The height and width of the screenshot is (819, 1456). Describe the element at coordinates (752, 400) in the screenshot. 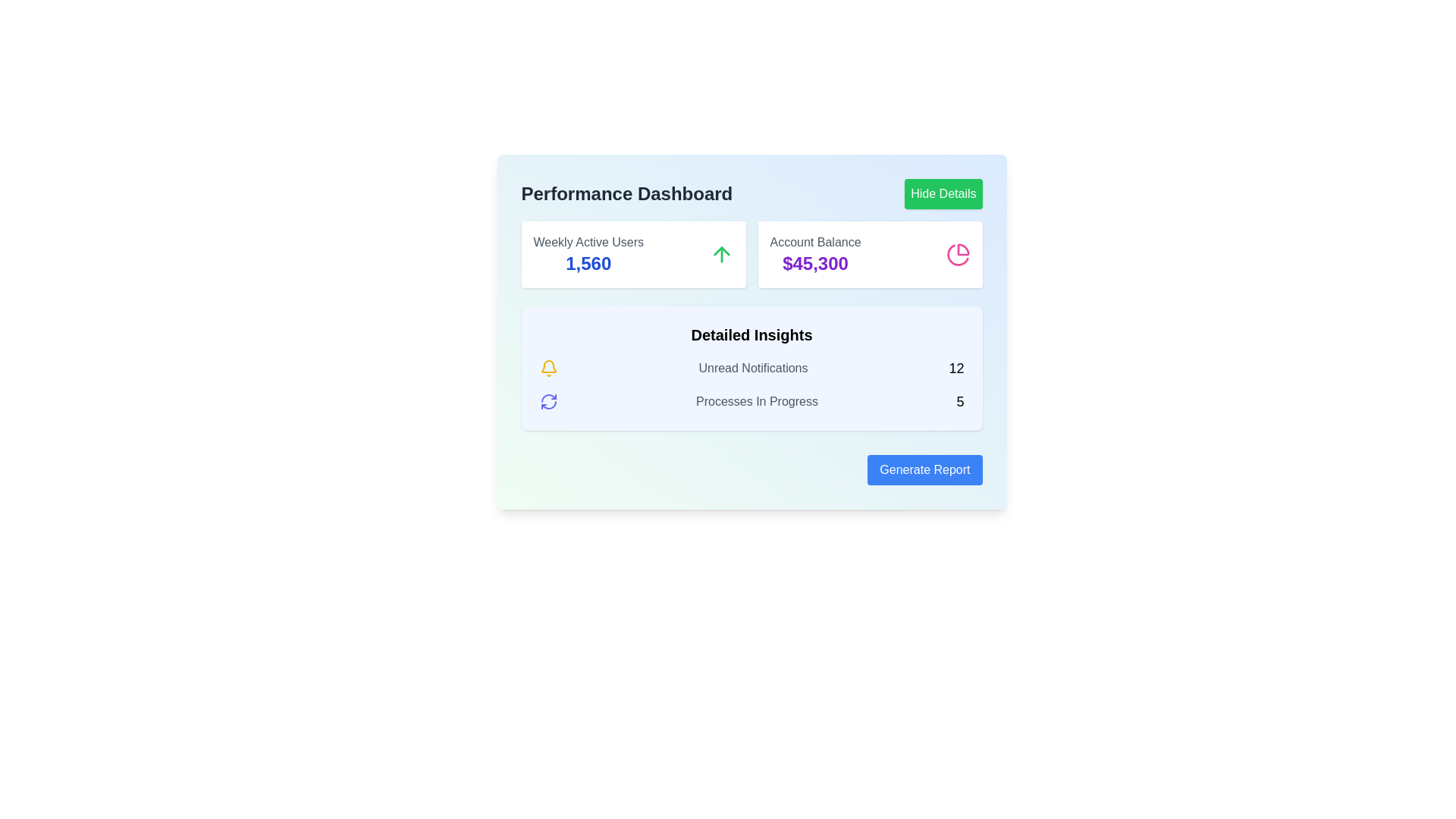

I see `the Text element that displays the count of processes currently in progress within the 'Detailed Insights' section` at that location.